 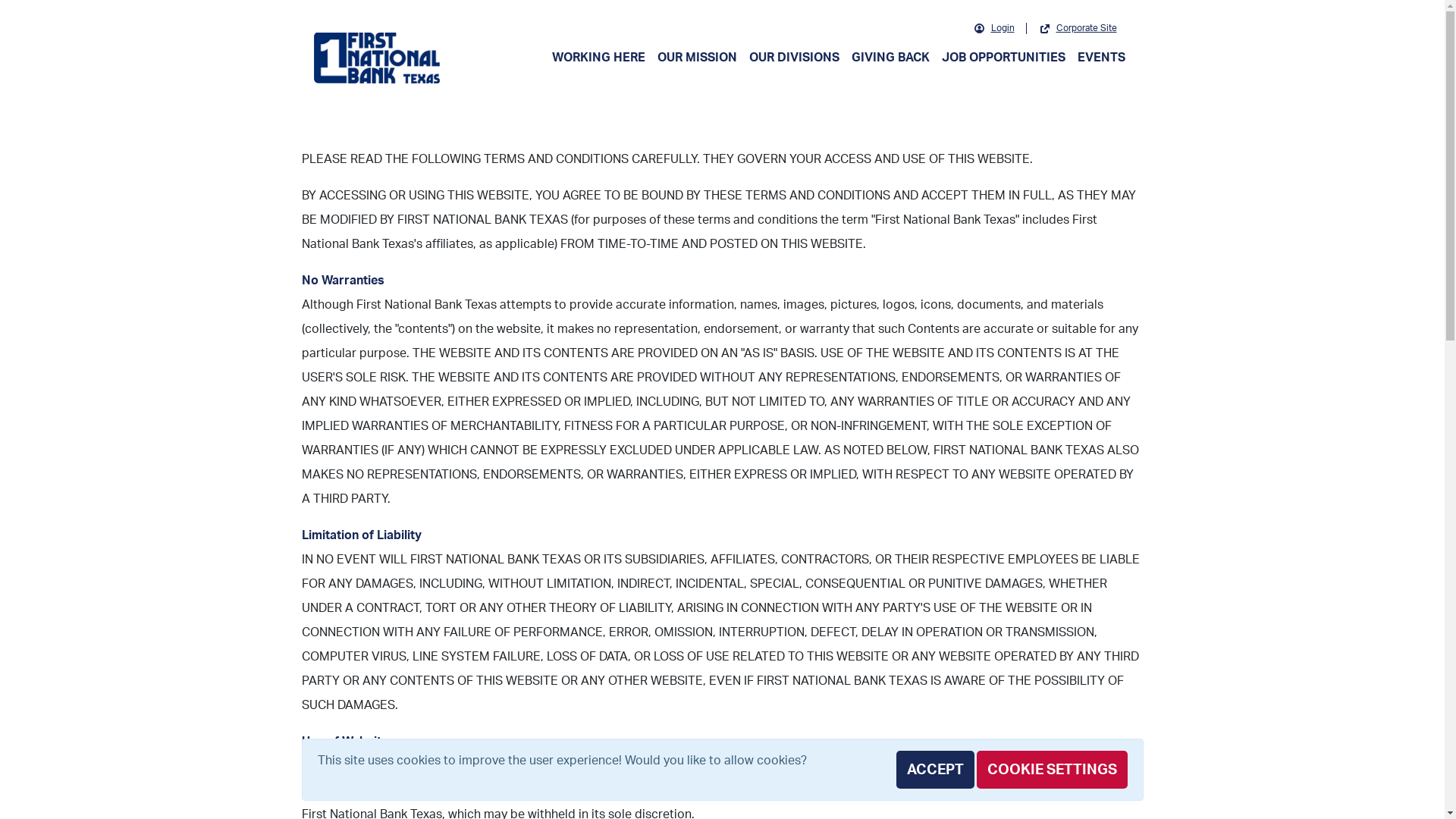 What do you see at coordinates (896, 769) in the screenshot?
I see `'ACCEPT'` at bounding box center [896, 769].